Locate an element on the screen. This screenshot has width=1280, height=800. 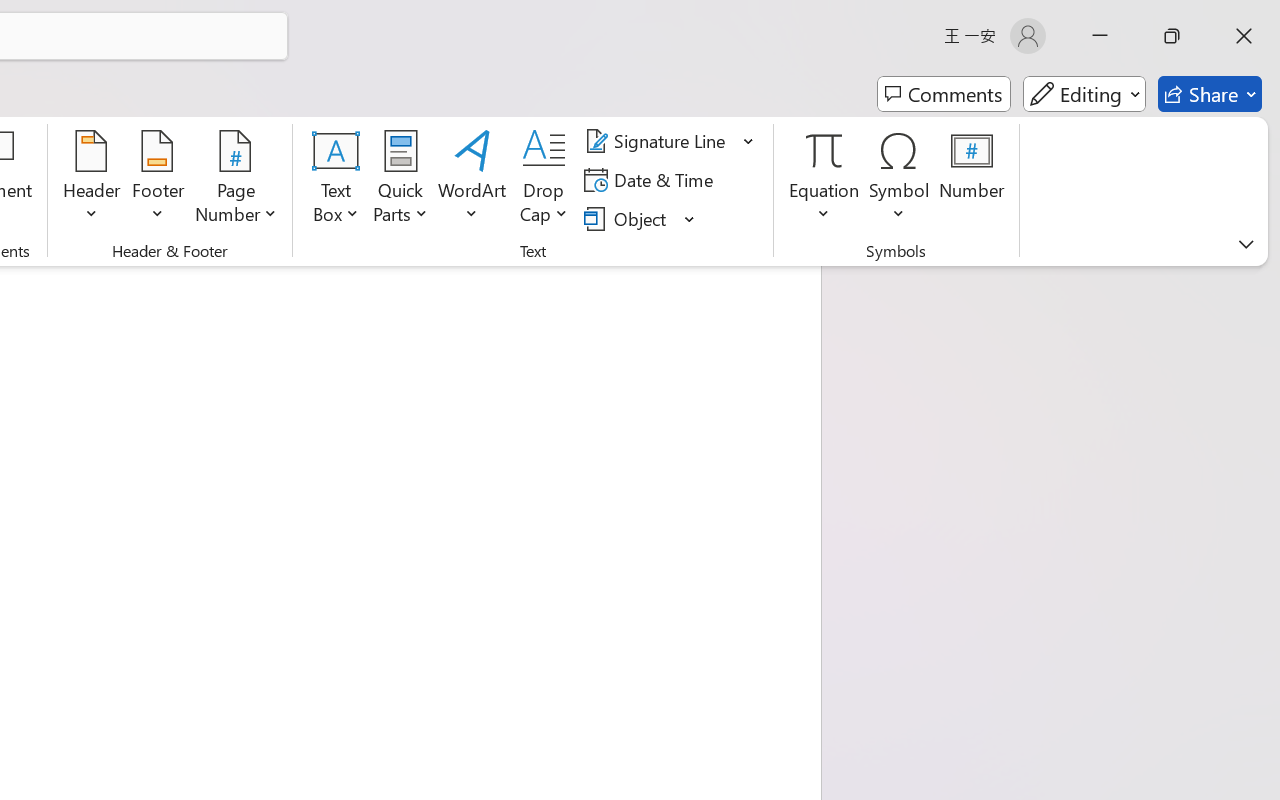
'Share' is located at coordinates (1209, 94).